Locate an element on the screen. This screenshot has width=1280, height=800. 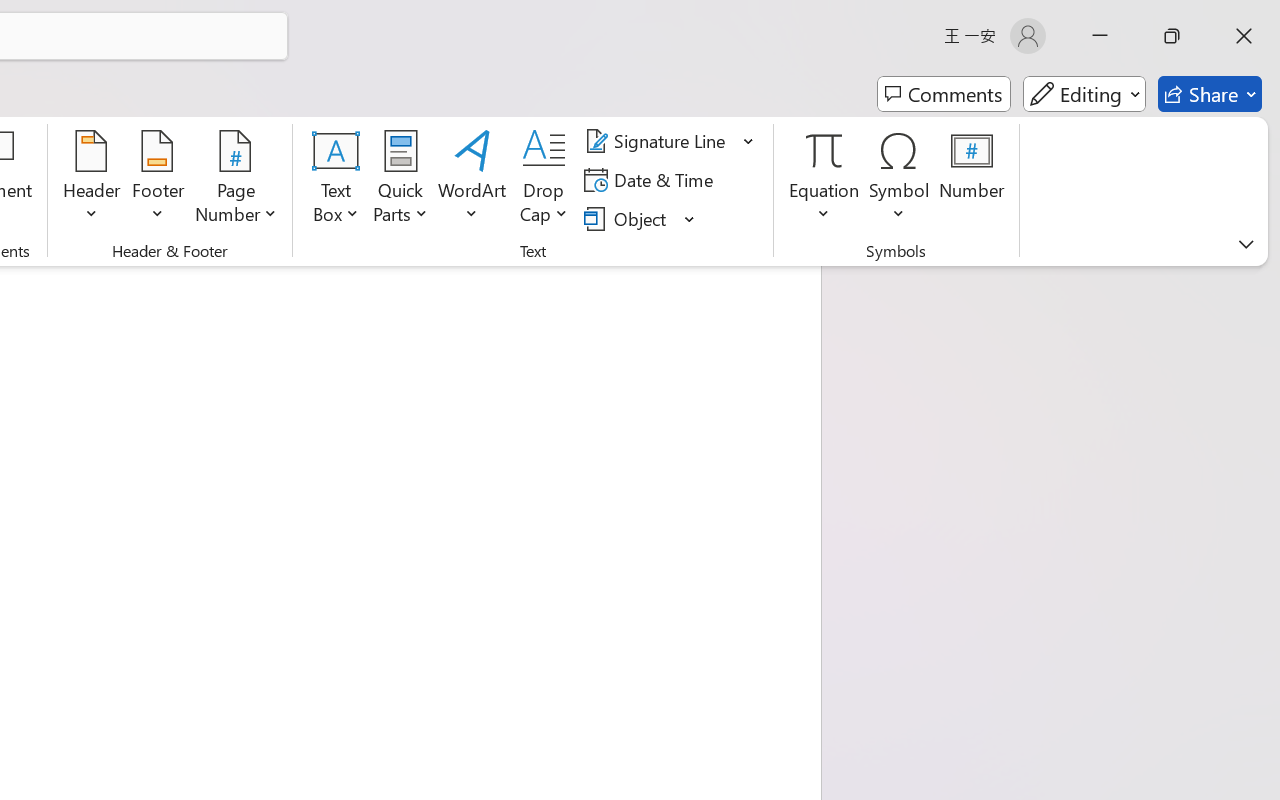
'Share' is located at coordinates (1209, 94).